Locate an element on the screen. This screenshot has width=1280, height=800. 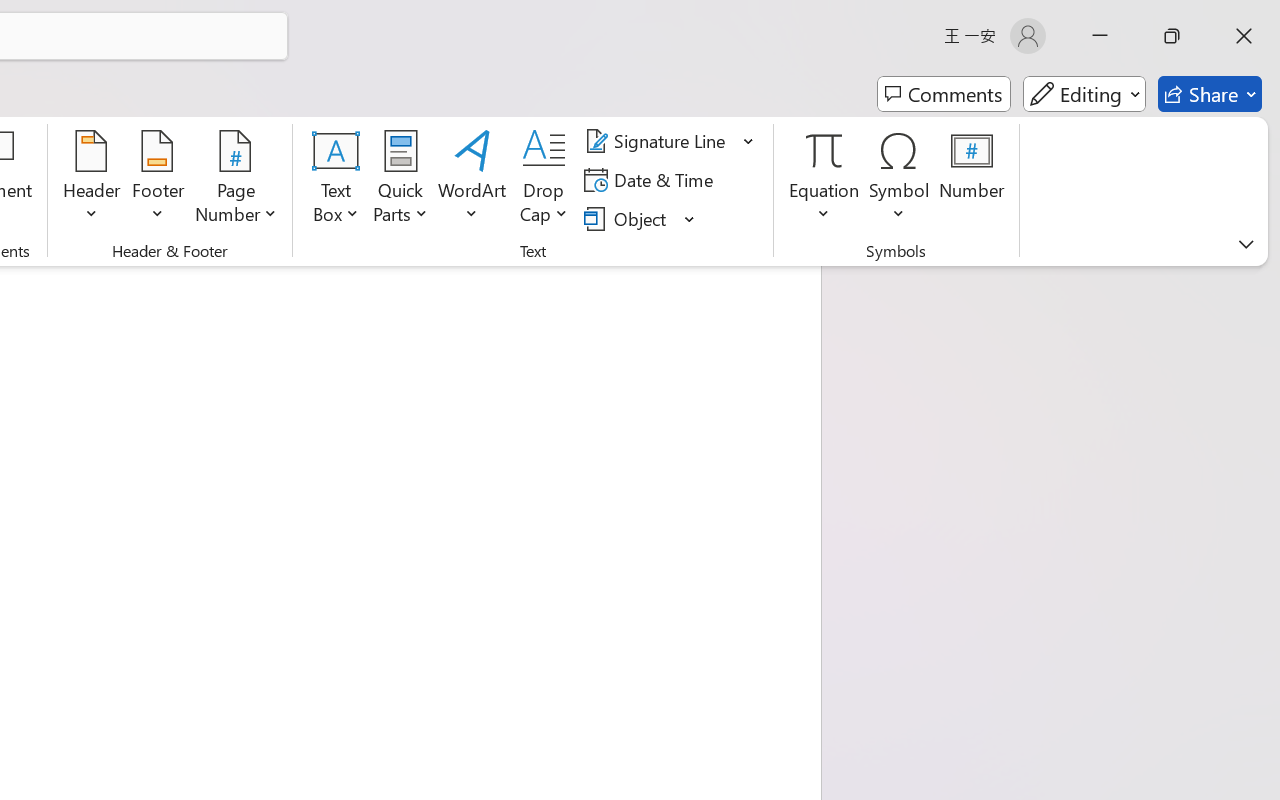
'Share' is located at coordinates (1209, 94).